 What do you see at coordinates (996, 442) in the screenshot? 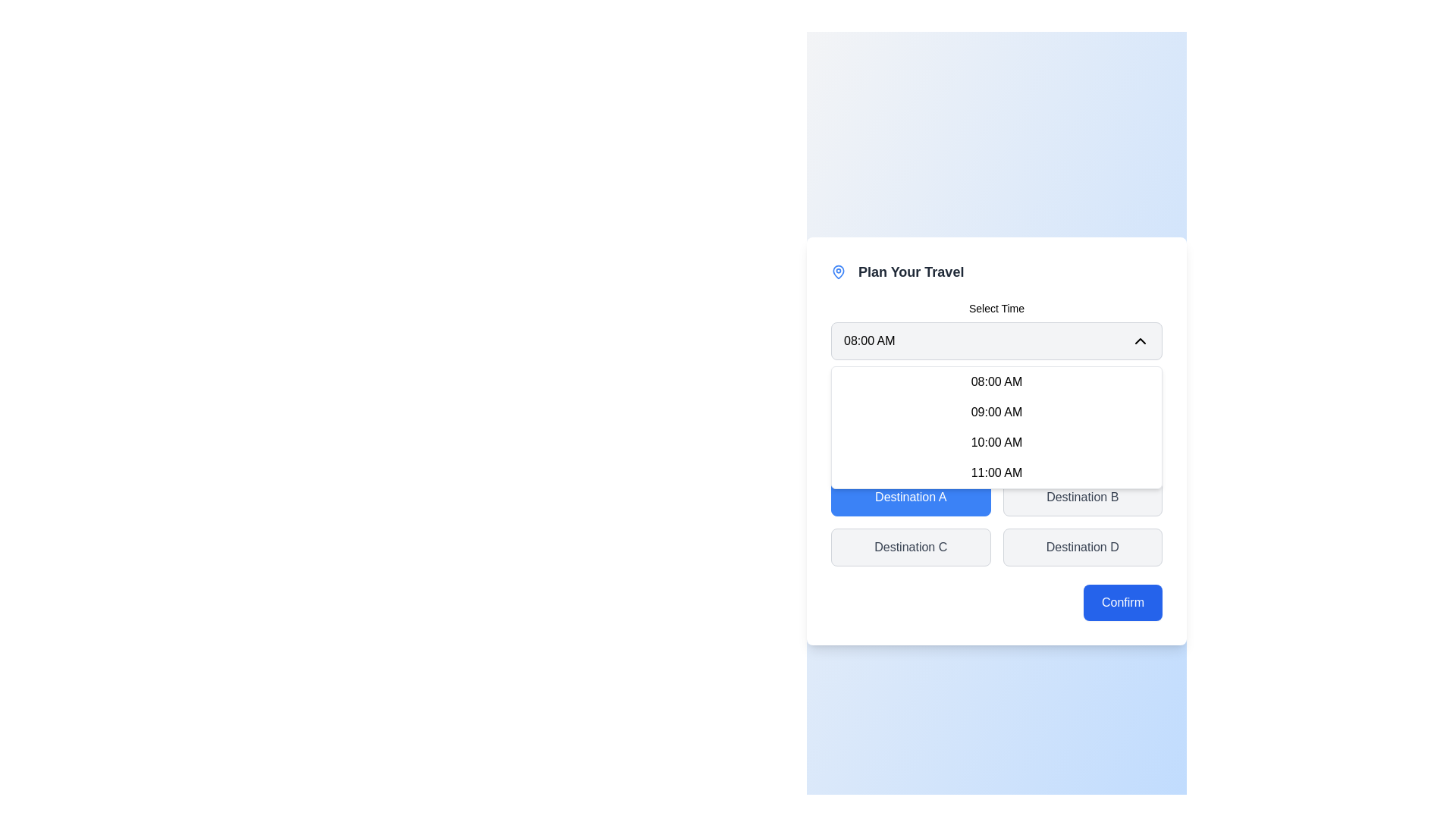
I see `the text entry '10:00 AM' which is the third item in the dropdown list of time slots` at bounding box center [996, 442].